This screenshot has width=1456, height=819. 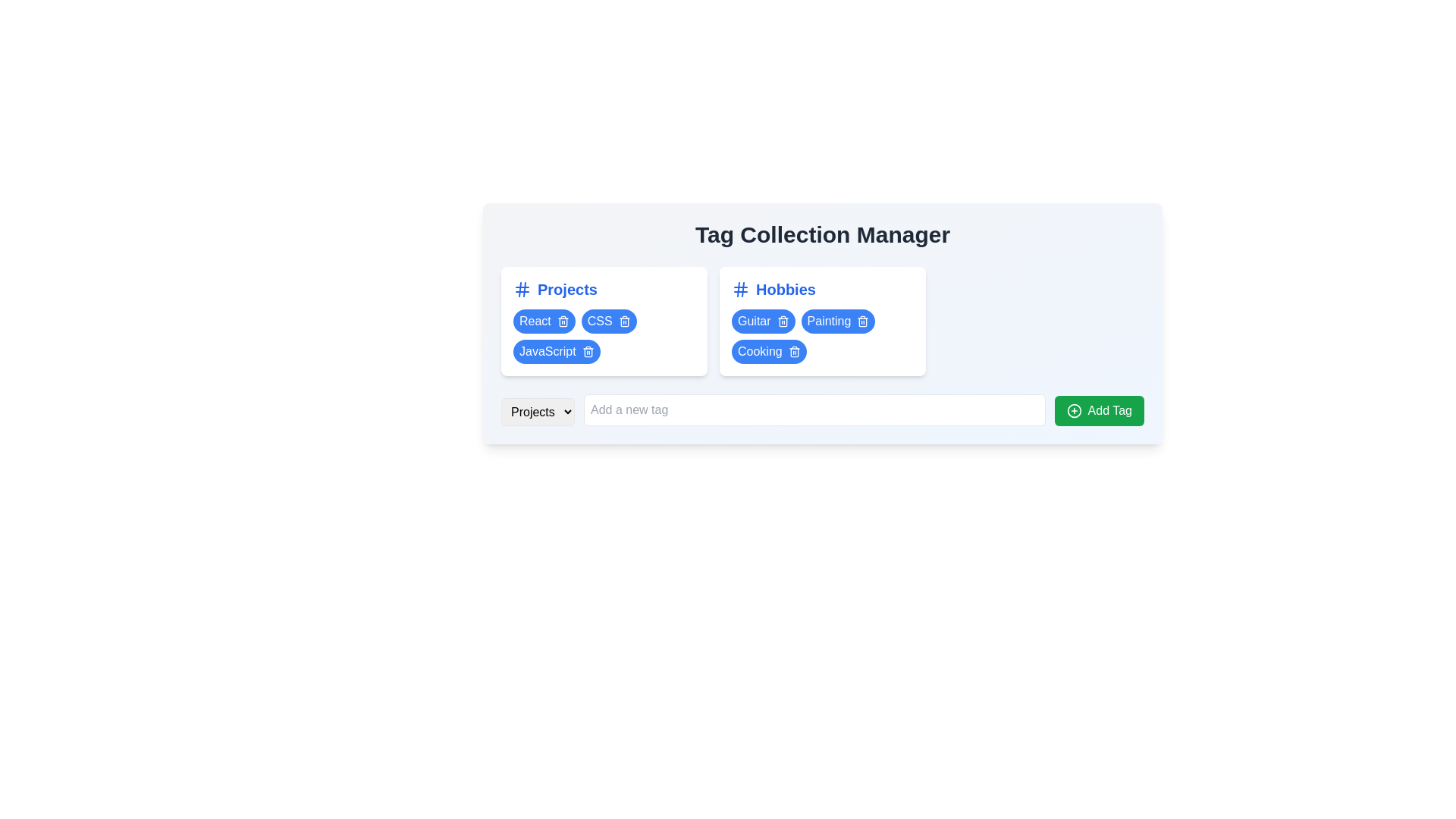 I want to click on the blue rounded square button with a white trash can symbol, so click(x=793, y=351).